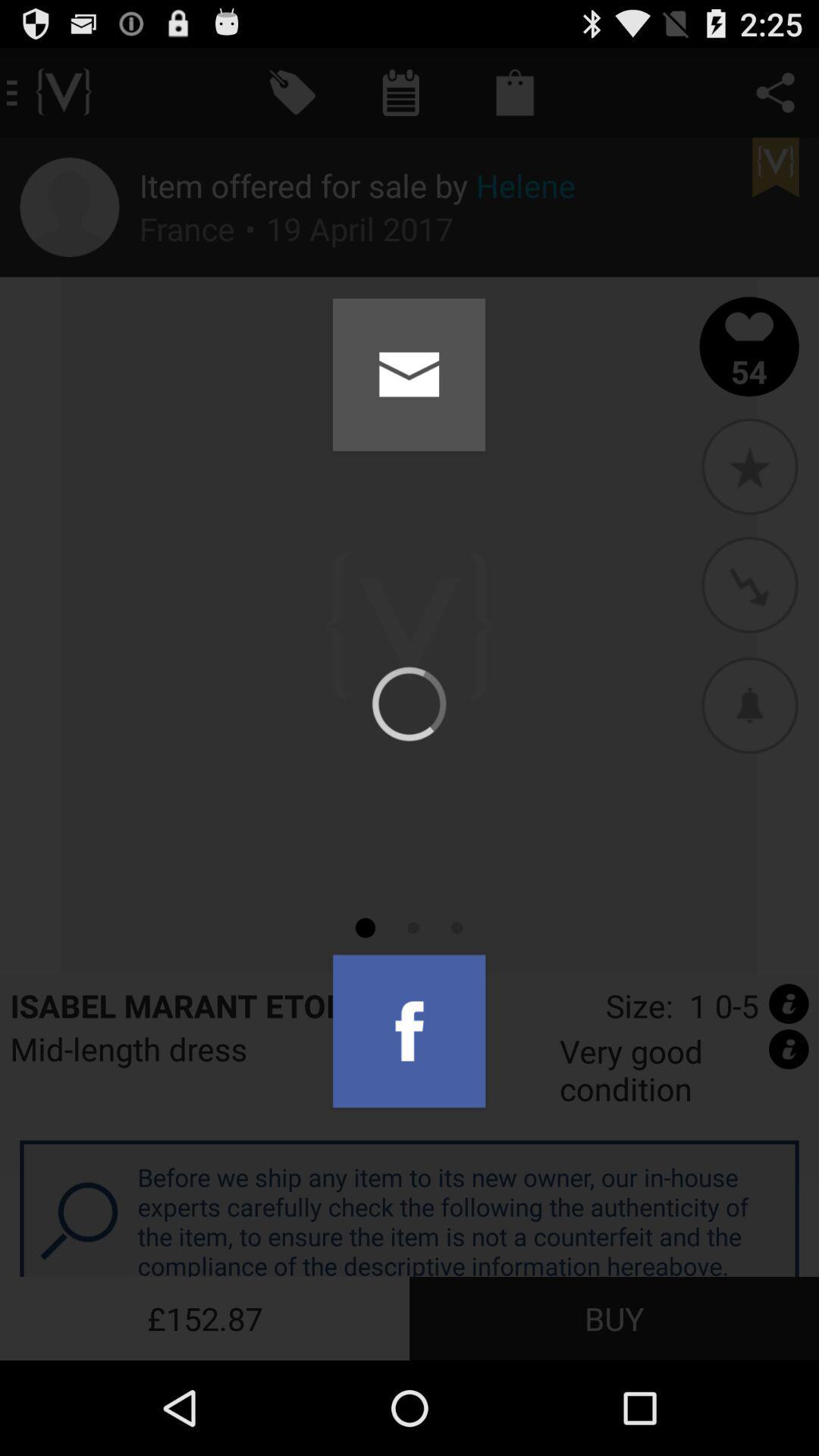 Image resolution: width=819 pixels, height=1456 pixels. I want to click on the star icon, so click(748, 498).